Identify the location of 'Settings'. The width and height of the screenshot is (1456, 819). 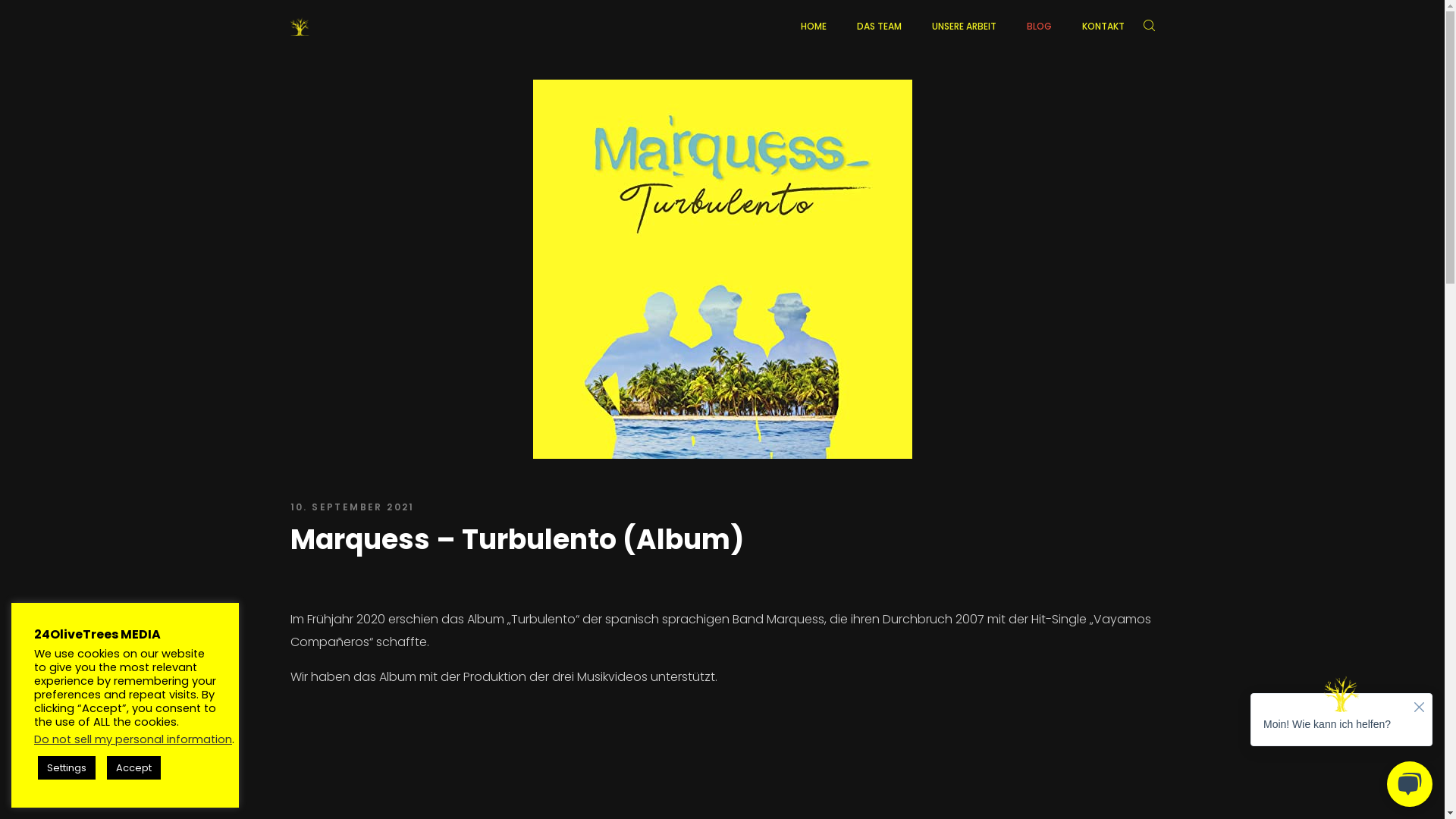
(65, 767).